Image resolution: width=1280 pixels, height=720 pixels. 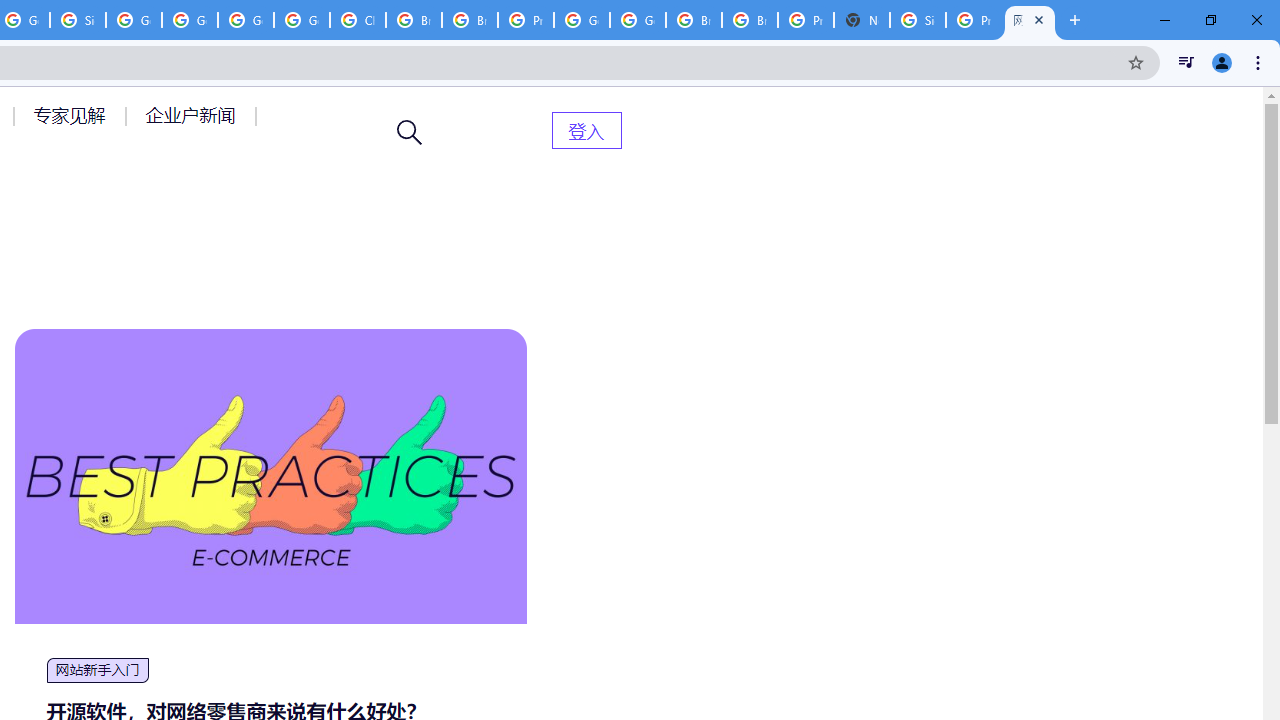 What do you see at coordinates (72, 115) in the screenshot?
I see `'AutomationID: menu-item-77764'` at bounding box center [72, 115].